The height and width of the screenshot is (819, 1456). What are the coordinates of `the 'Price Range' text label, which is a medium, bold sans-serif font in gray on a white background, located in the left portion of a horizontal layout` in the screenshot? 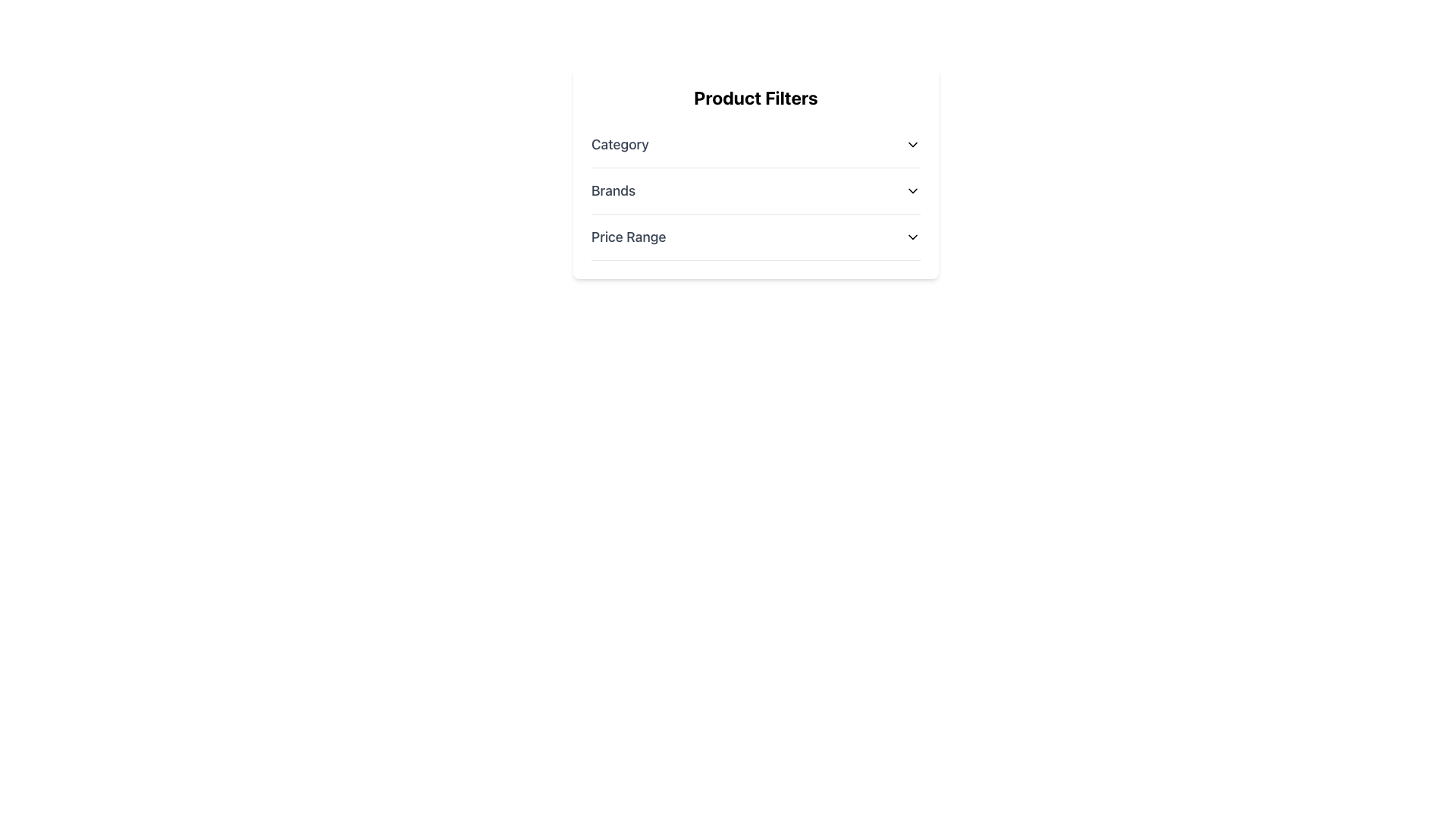 It's located at (629, 237).